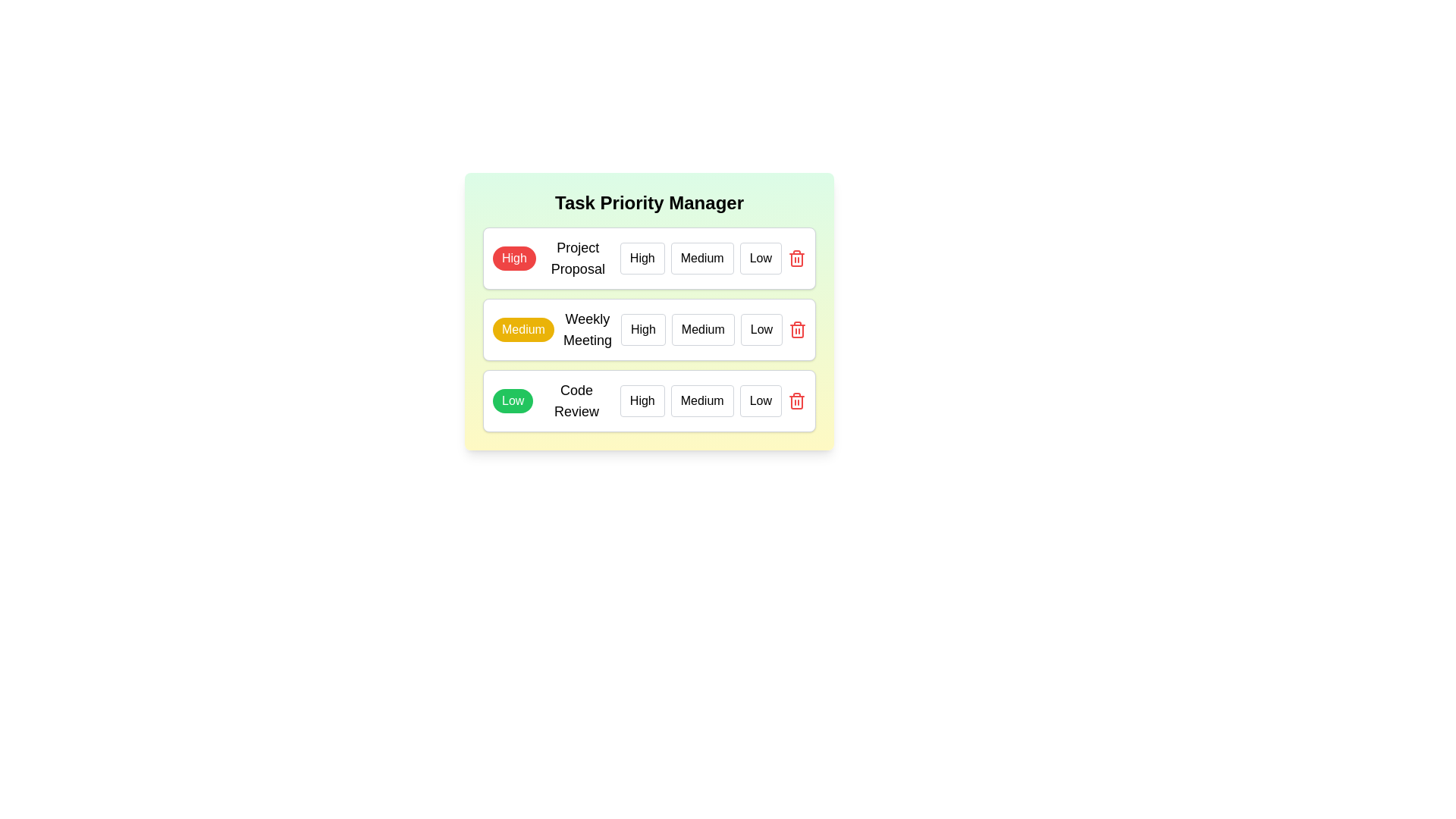  What do you see at coordinates (796, 400) in the screenshot?
I see `the delete button for the task titled 'Code Review'` at bounding box center [796, 400].